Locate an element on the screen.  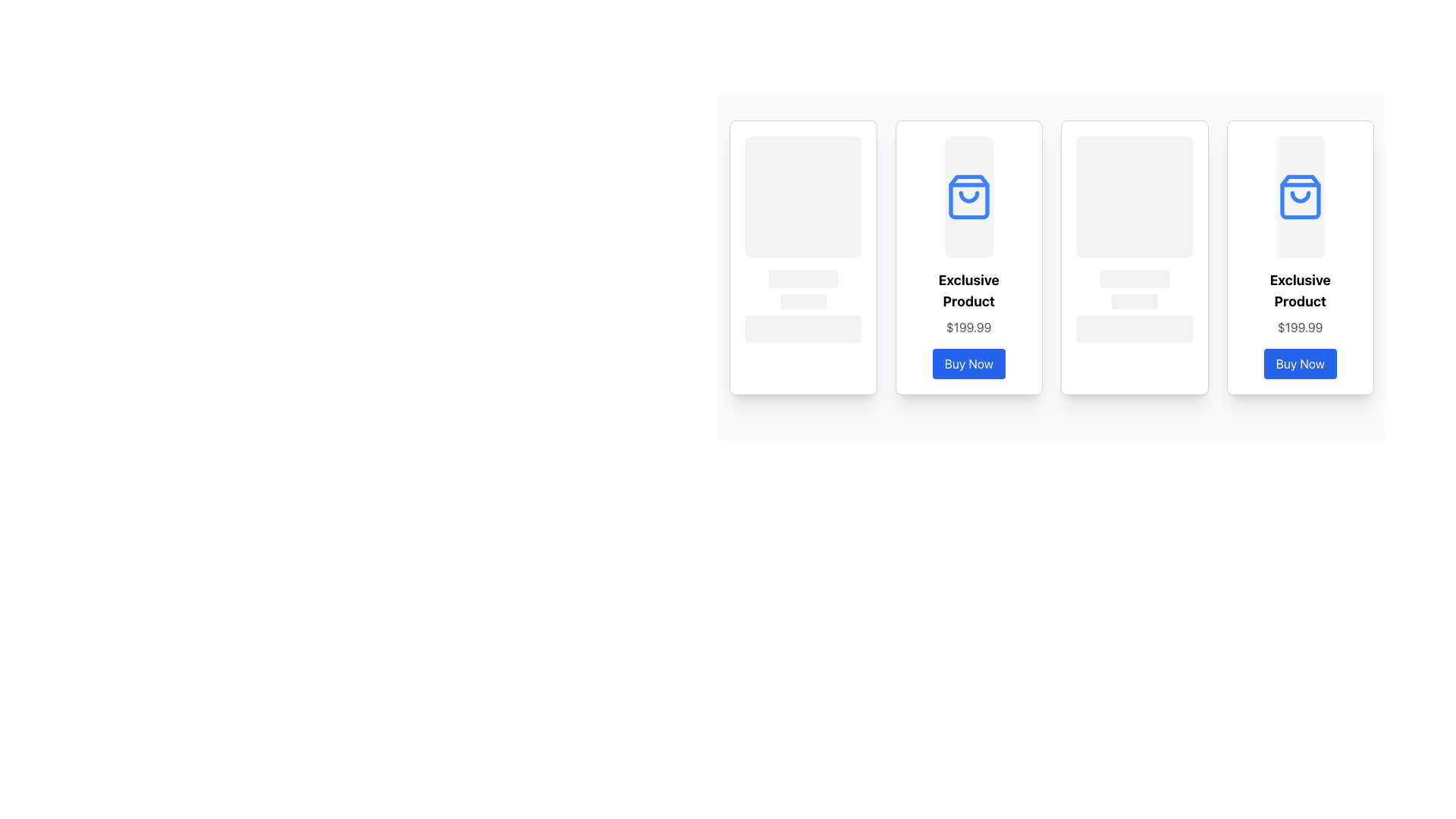
the placeholder or decorative bar located at the bottom of a card layout in the third column from the left, which may trigger hover effects is located at coordinates (1134, 328).